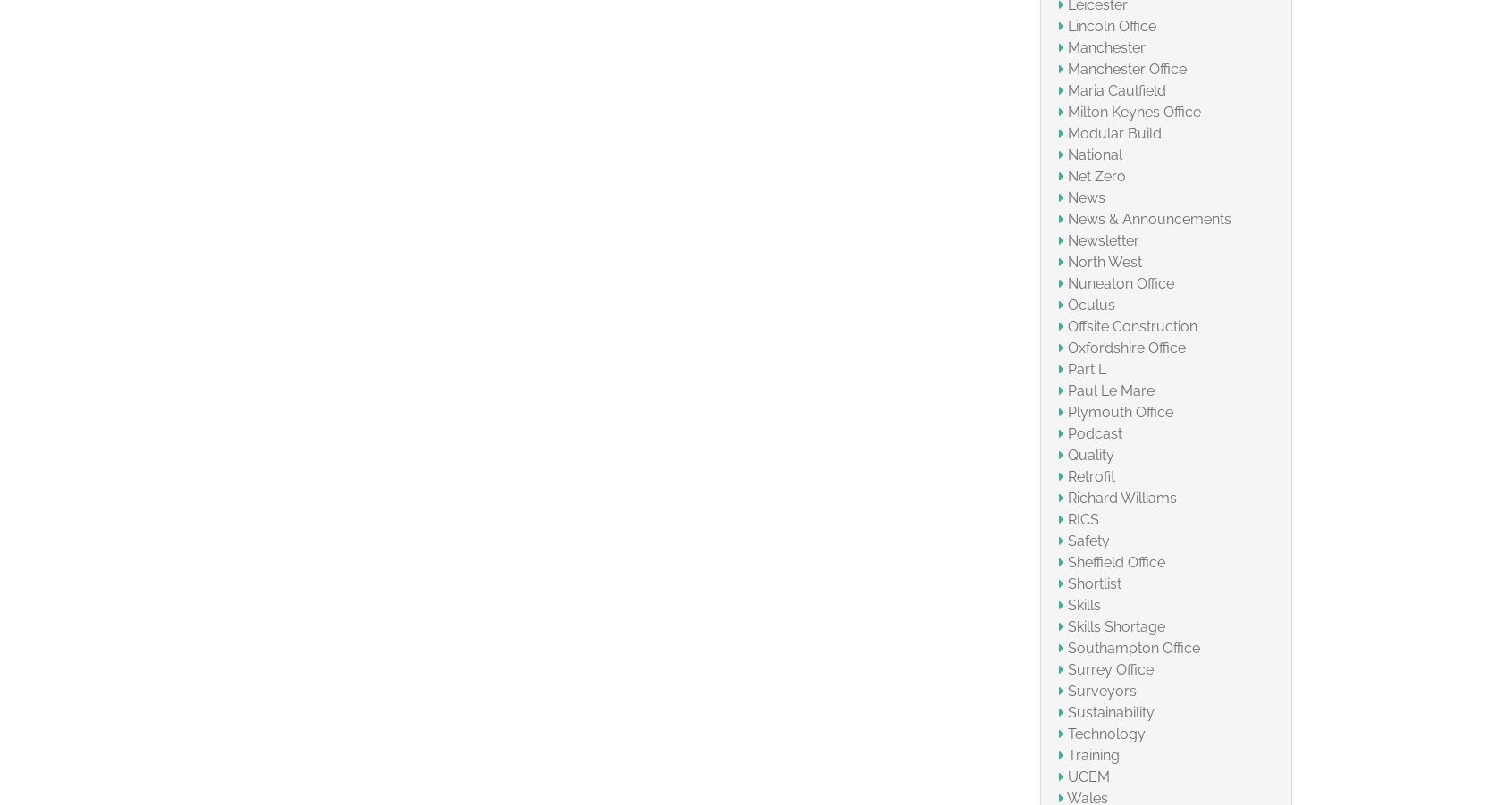 Image resolution: width=1512 pixels, height=805 pixels. What do you see at coordinates (1115, 625) in the screenshot?
I see `'Skills Shortage'` at bounding box center [1115, 625].